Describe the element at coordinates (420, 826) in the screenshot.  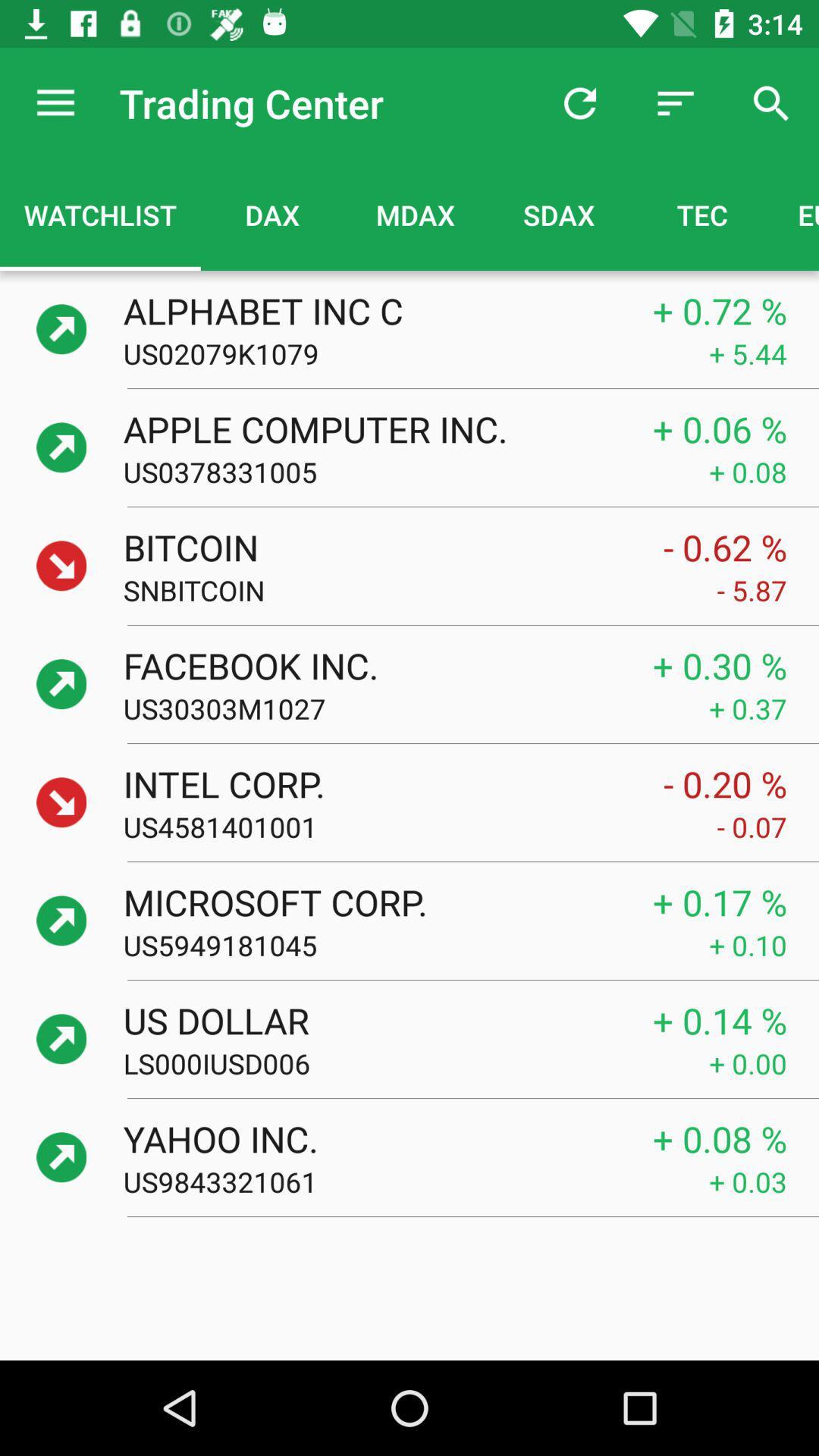
I see `icon below intel corp. icon` at that location.